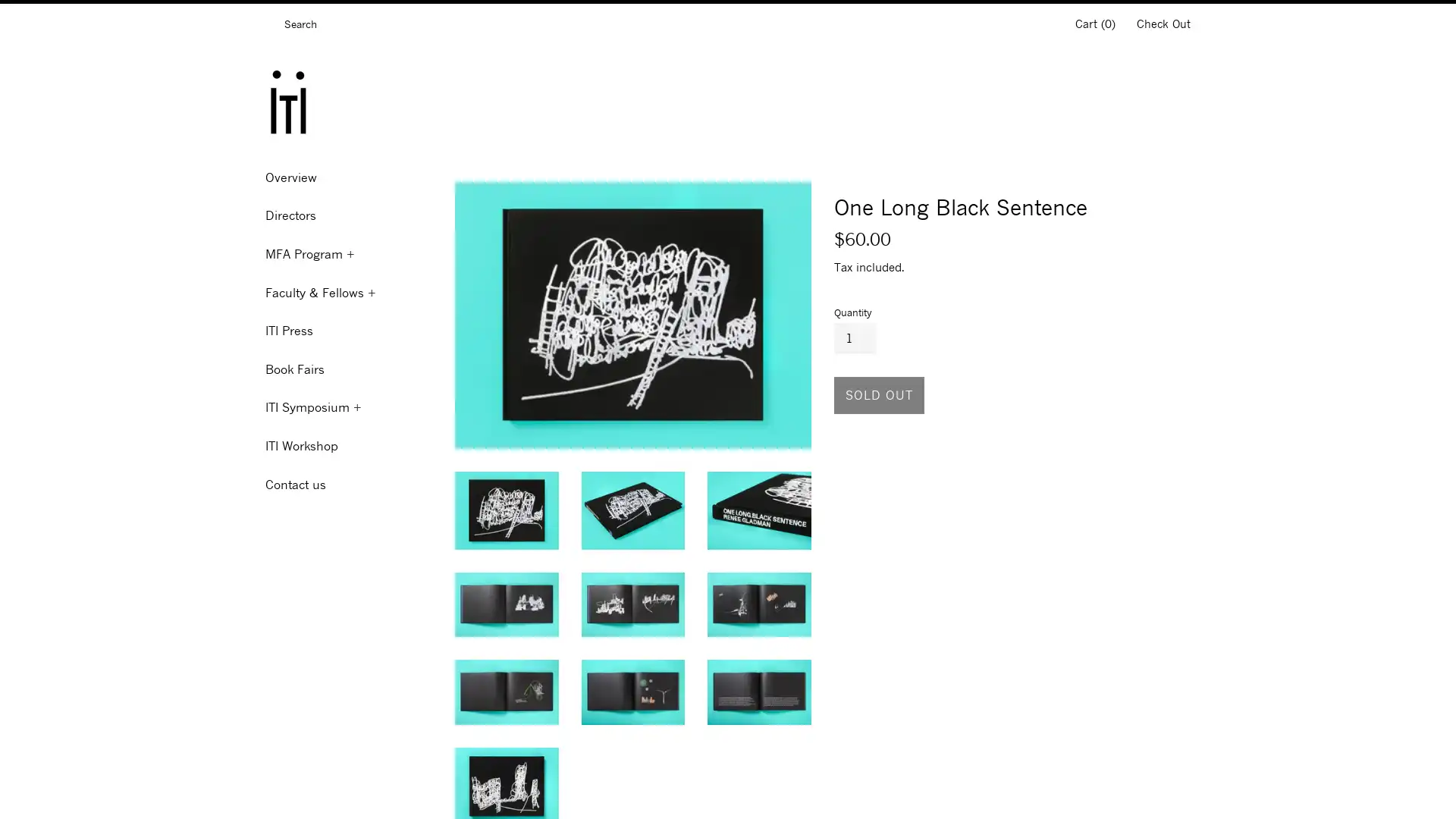 This screenshot has width=1456, height=819. What do you see at coordinates (348, 406) in the screenshot?
I see `ITI Symposium` at bounding box center [348, 406].